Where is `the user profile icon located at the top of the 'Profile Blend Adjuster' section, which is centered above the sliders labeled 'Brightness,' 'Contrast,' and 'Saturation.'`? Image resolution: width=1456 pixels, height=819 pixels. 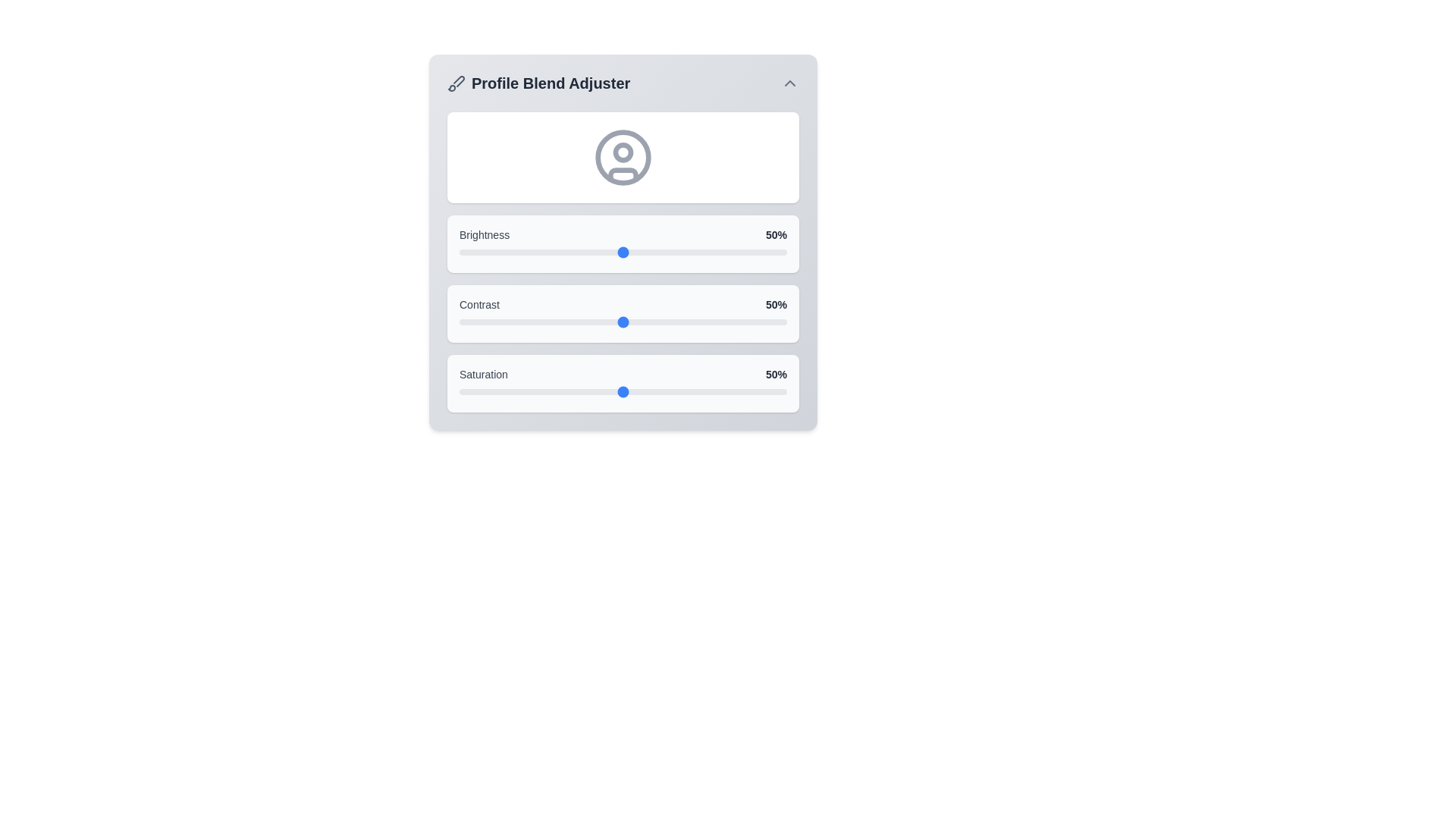
the user profile icon located at the top of the 'Profile Blend Adjuster' section, which is centered above the sliders labeled 'Brightness,' 'Contrast,' and 'Saturation.' is located at coordinates (623, 158).